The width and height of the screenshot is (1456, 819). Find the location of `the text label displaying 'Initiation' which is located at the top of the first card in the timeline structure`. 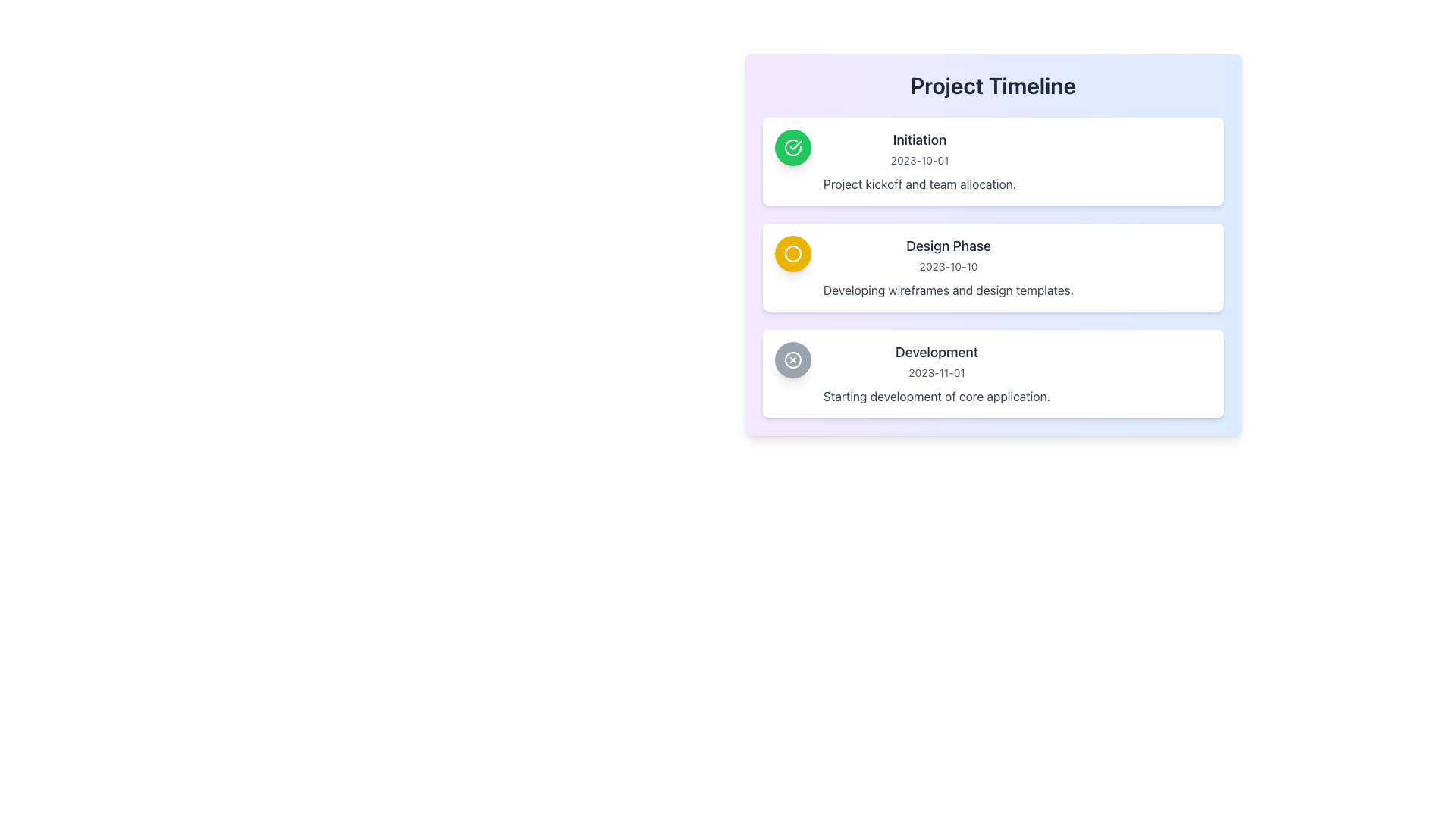

the text label displaying 'Initiation' which is located at the top of the first card in the timeline structure is located at coordinates (919, 140).